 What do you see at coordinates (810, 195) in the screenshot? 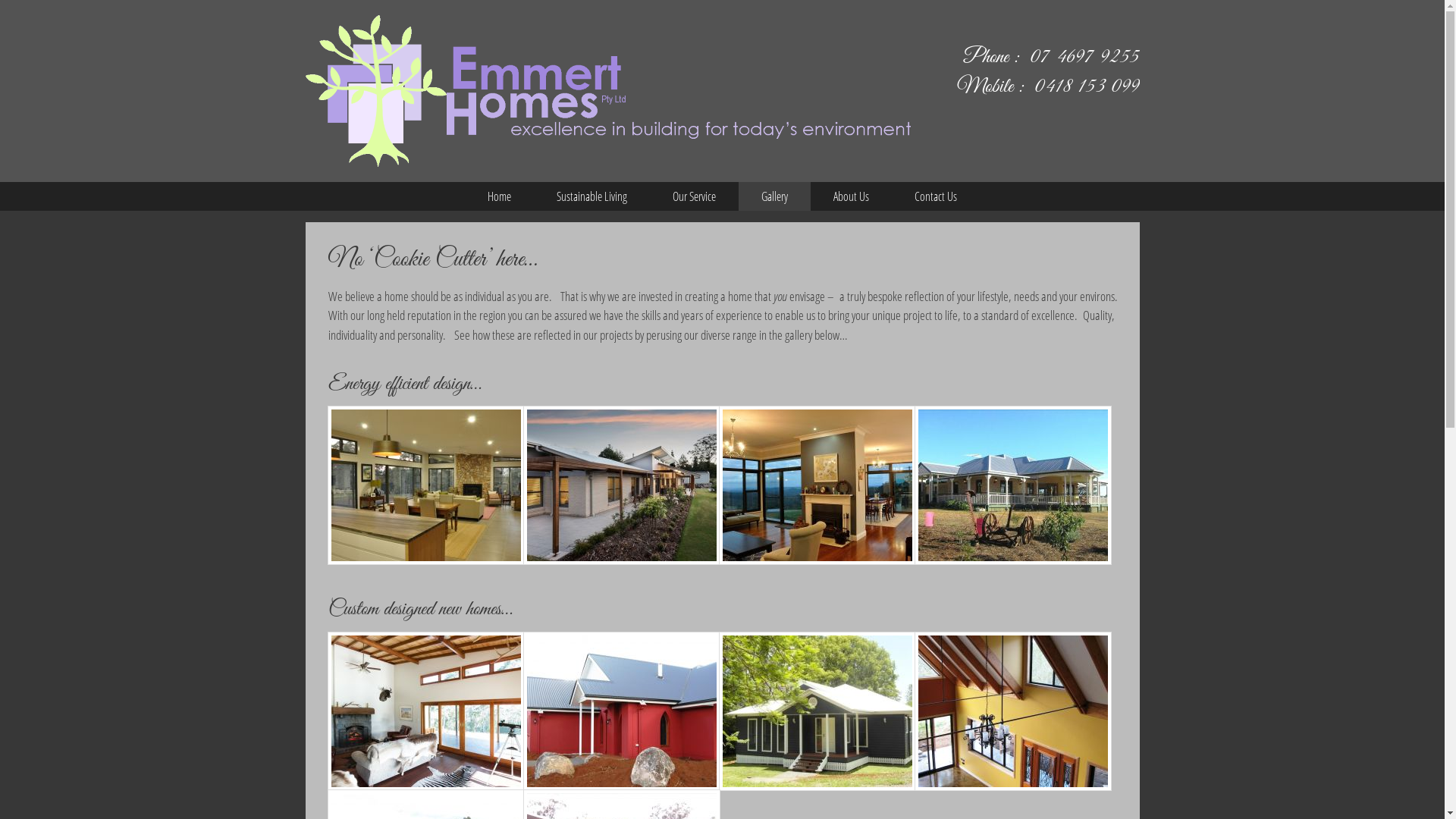
I see `'About Us'` at bounding box center [810, 195].